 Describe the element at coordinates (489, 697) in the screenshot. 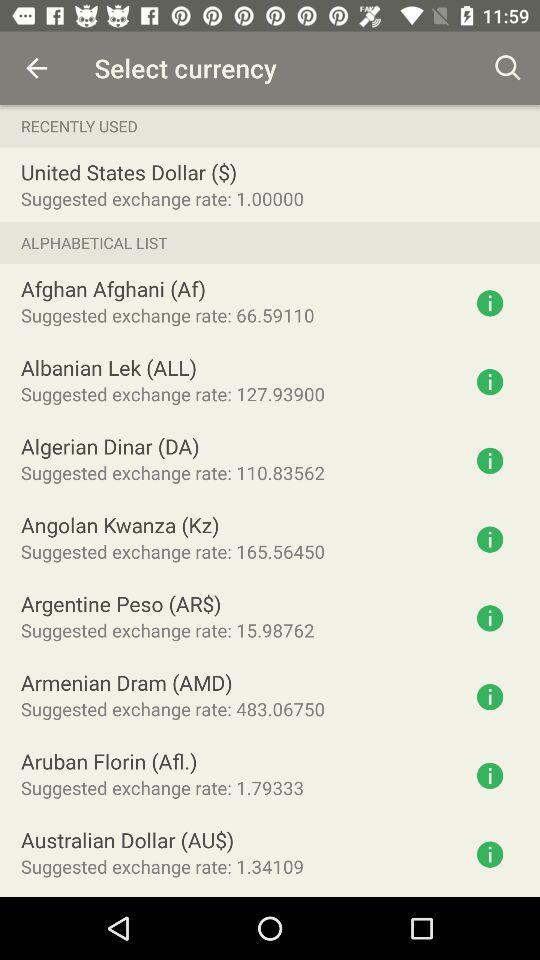

I see `more information` at that location.